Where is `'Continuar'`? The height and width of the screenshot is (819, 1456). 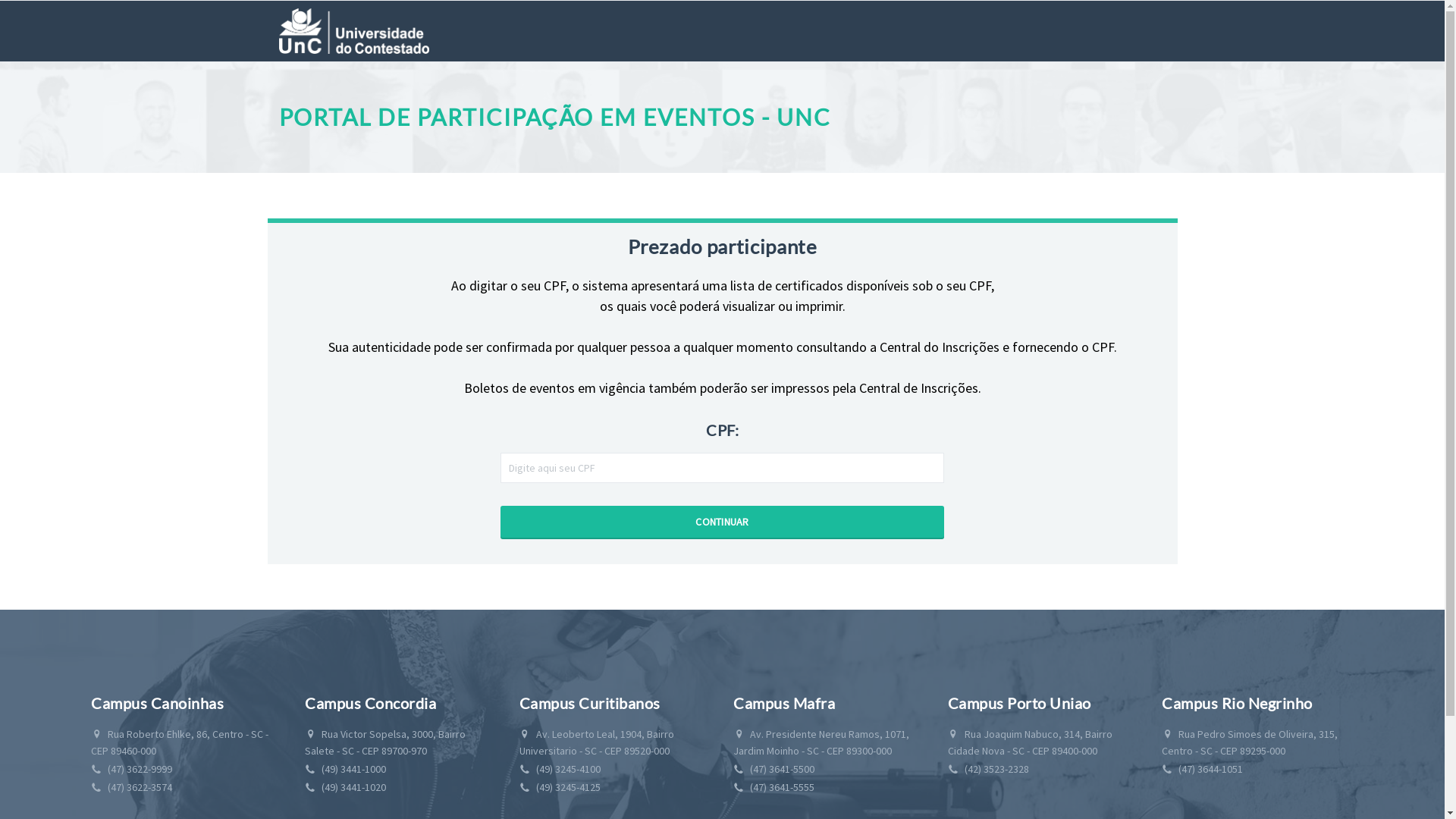
'Continuar' is located at coordinates (721, 522).